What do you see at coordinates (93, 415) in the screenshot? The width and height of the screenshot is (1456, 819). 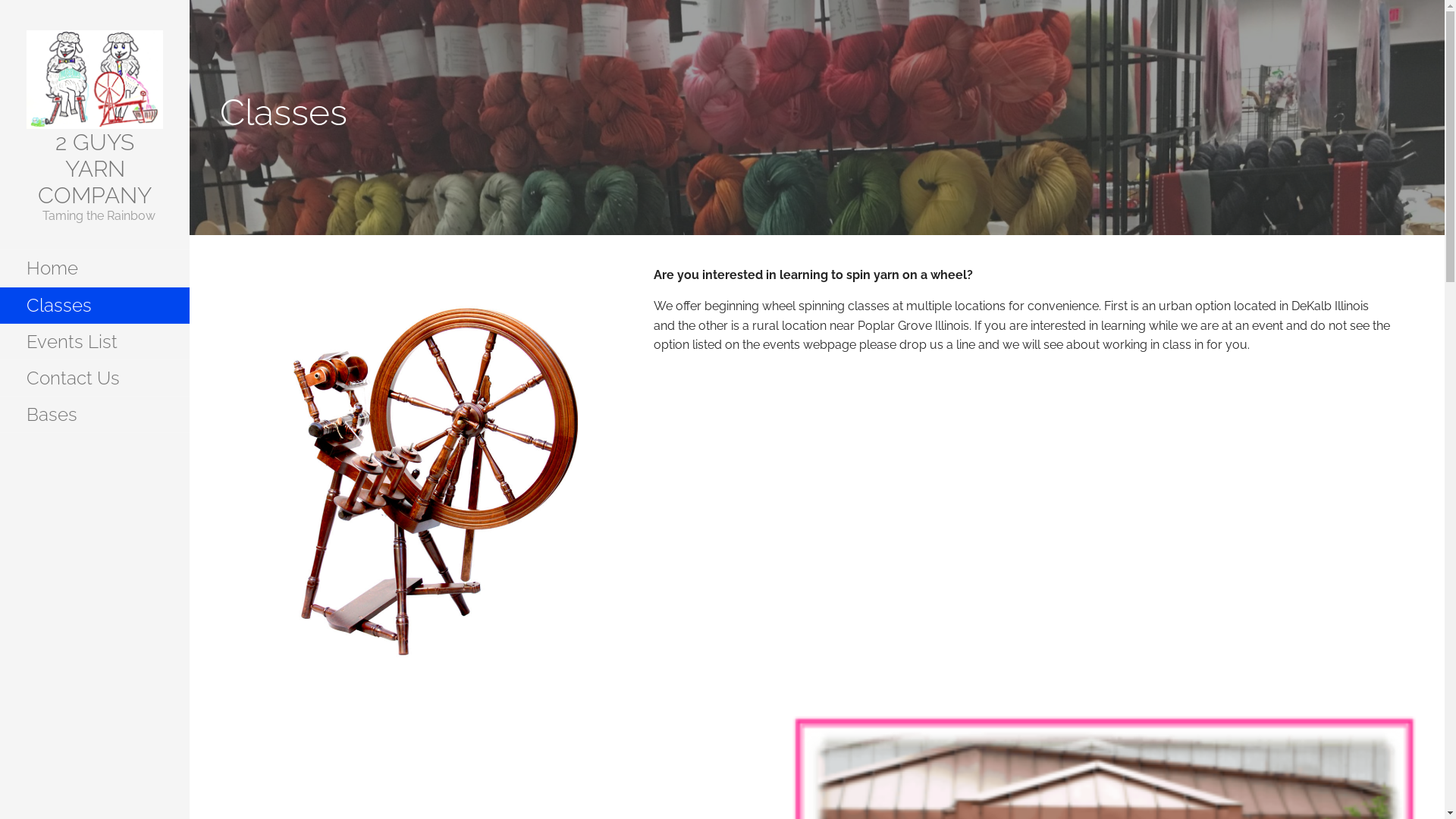 I see `'Bases'` at bounding box center [93, 415].